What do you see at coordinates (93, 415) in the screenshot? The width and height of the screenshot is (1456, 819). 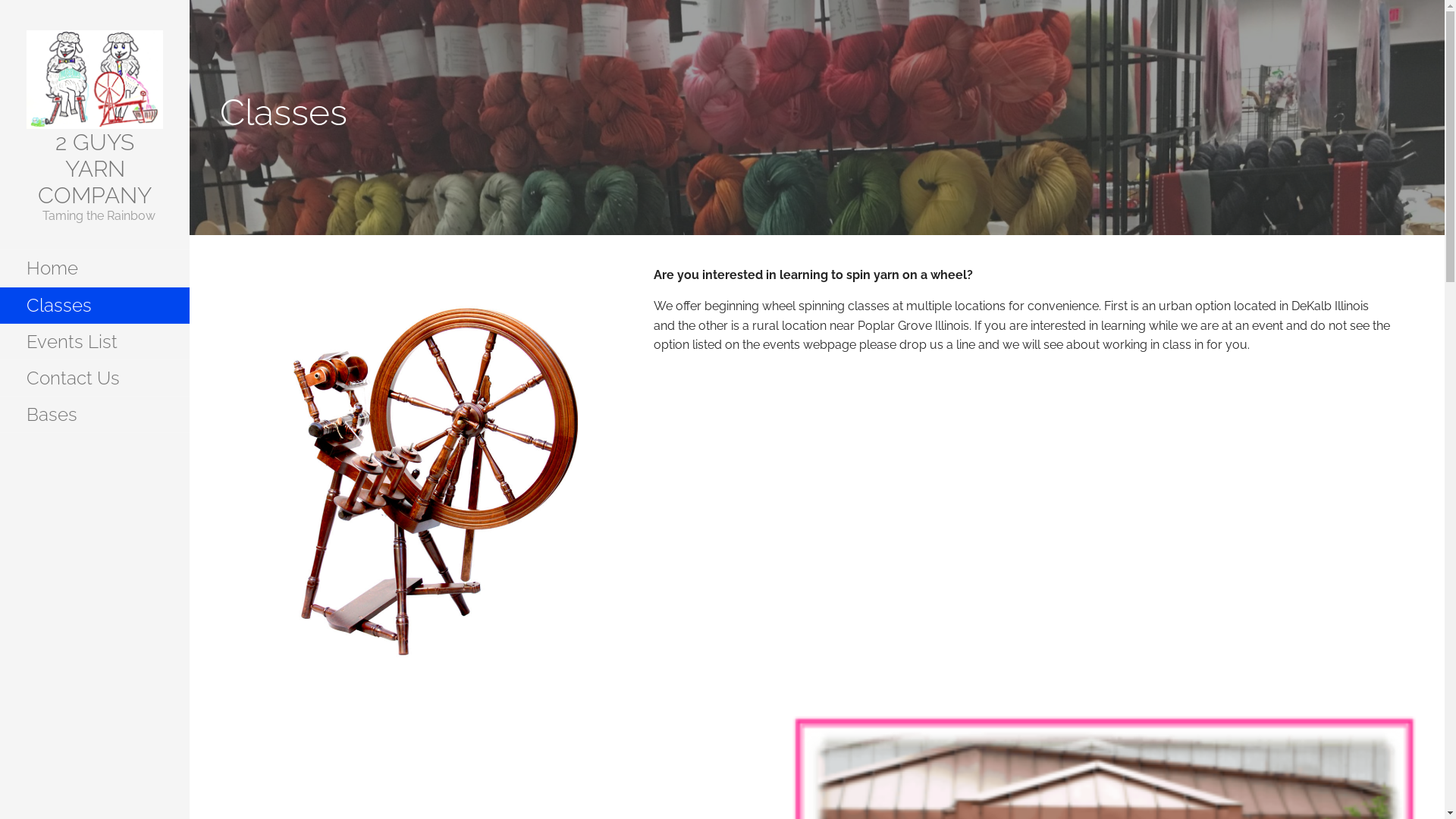 I see `'Bases'` at bounding box center [93, 415].